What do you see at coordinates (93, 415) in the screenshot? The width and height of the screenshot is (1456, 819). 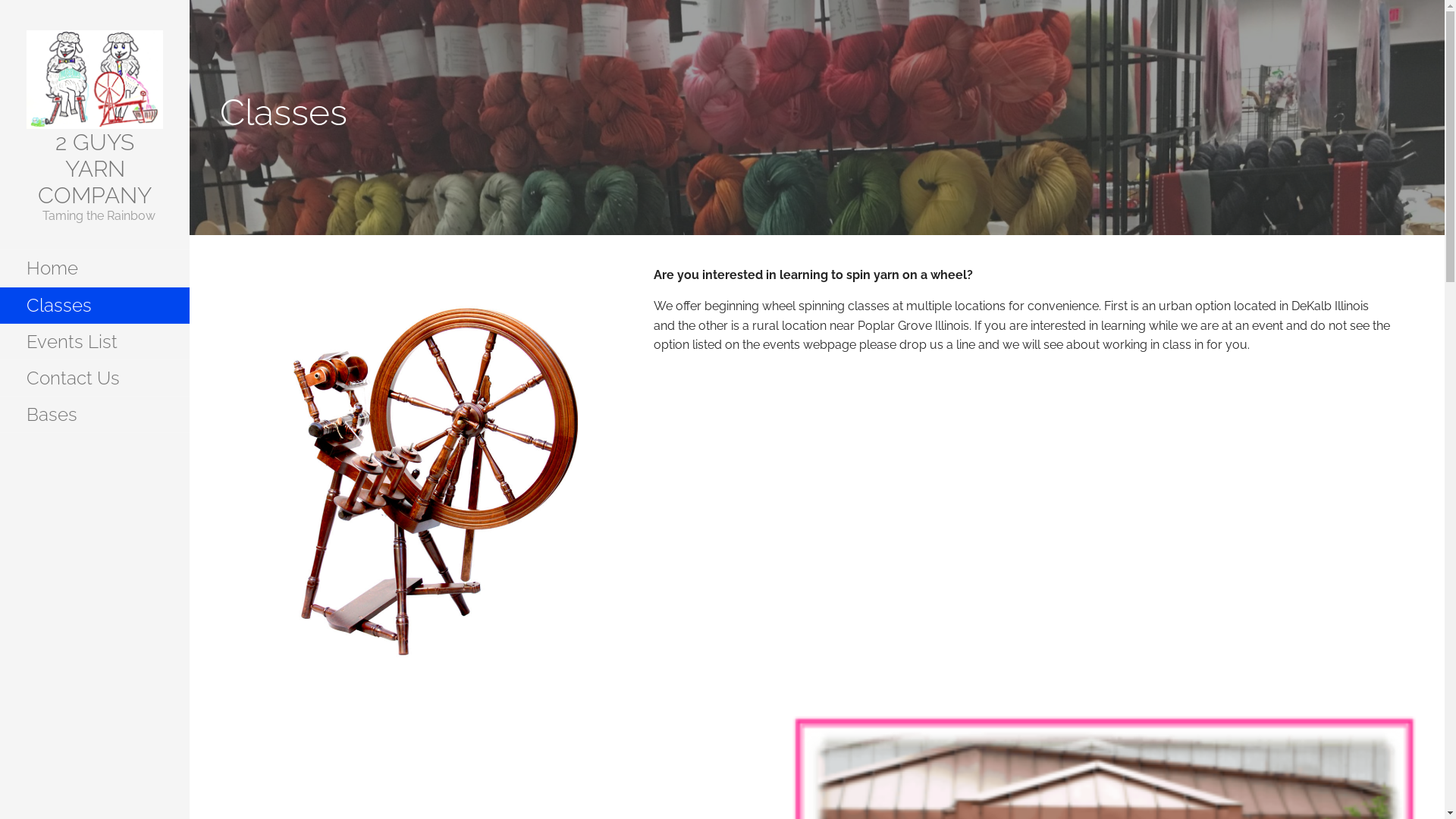 I see `'Bases'` at bounding box center [93, 415].